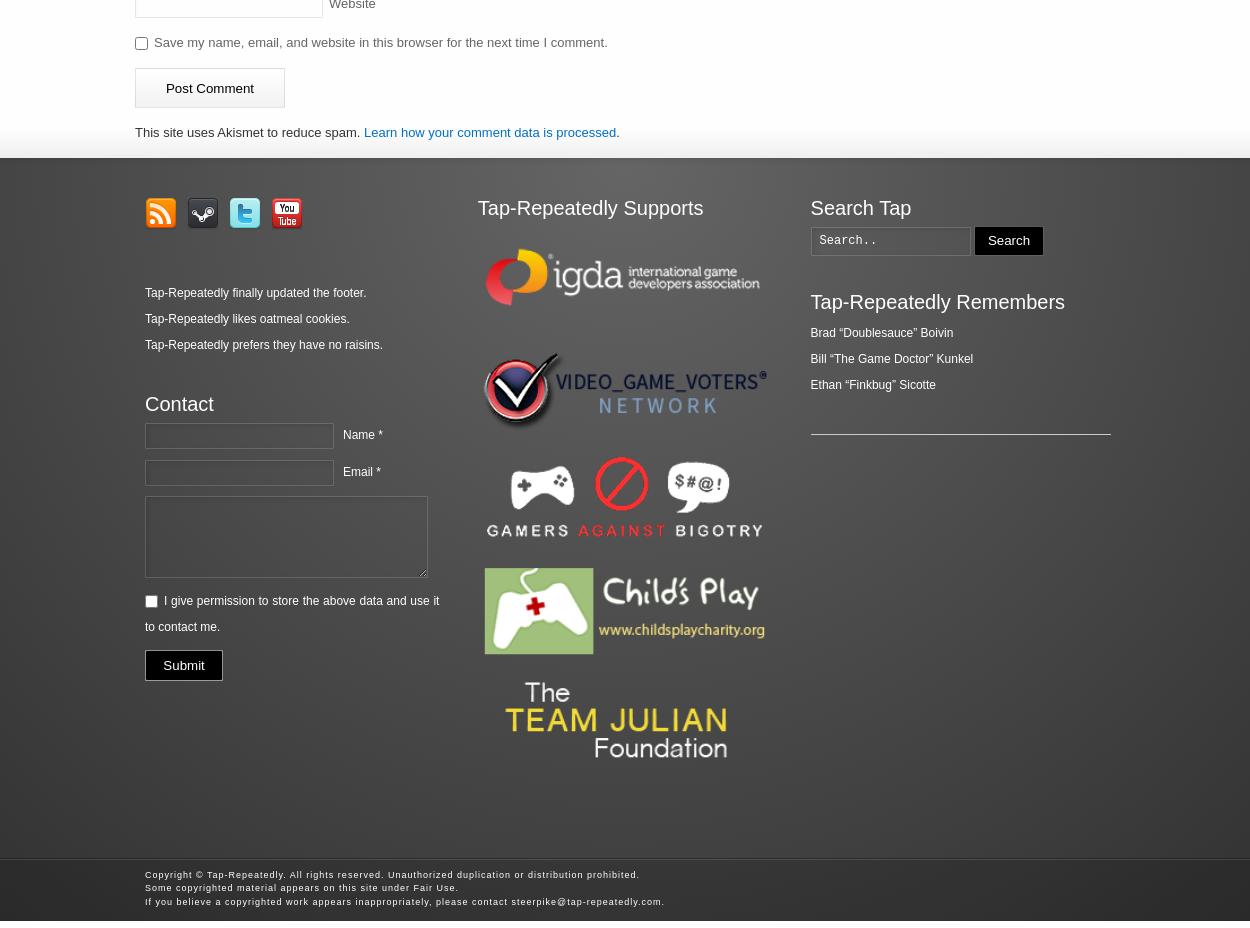 This screenshot has width=1250, height=928. I want to click on 'Learn how your comment data is processed', so click(489, 132).